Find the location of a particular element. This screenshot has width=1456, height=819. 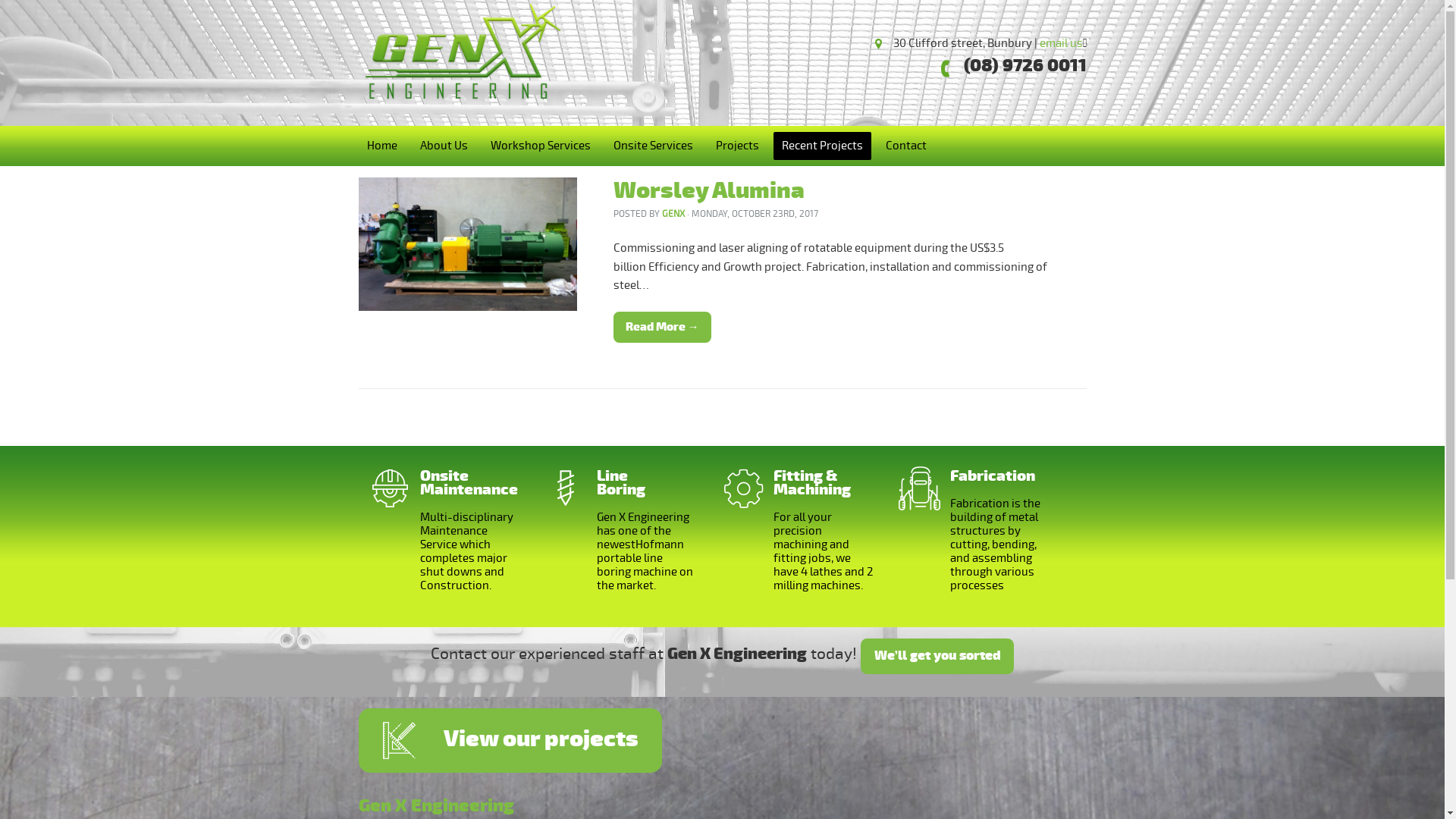

'email us' is located at coordinates (1059, 42).